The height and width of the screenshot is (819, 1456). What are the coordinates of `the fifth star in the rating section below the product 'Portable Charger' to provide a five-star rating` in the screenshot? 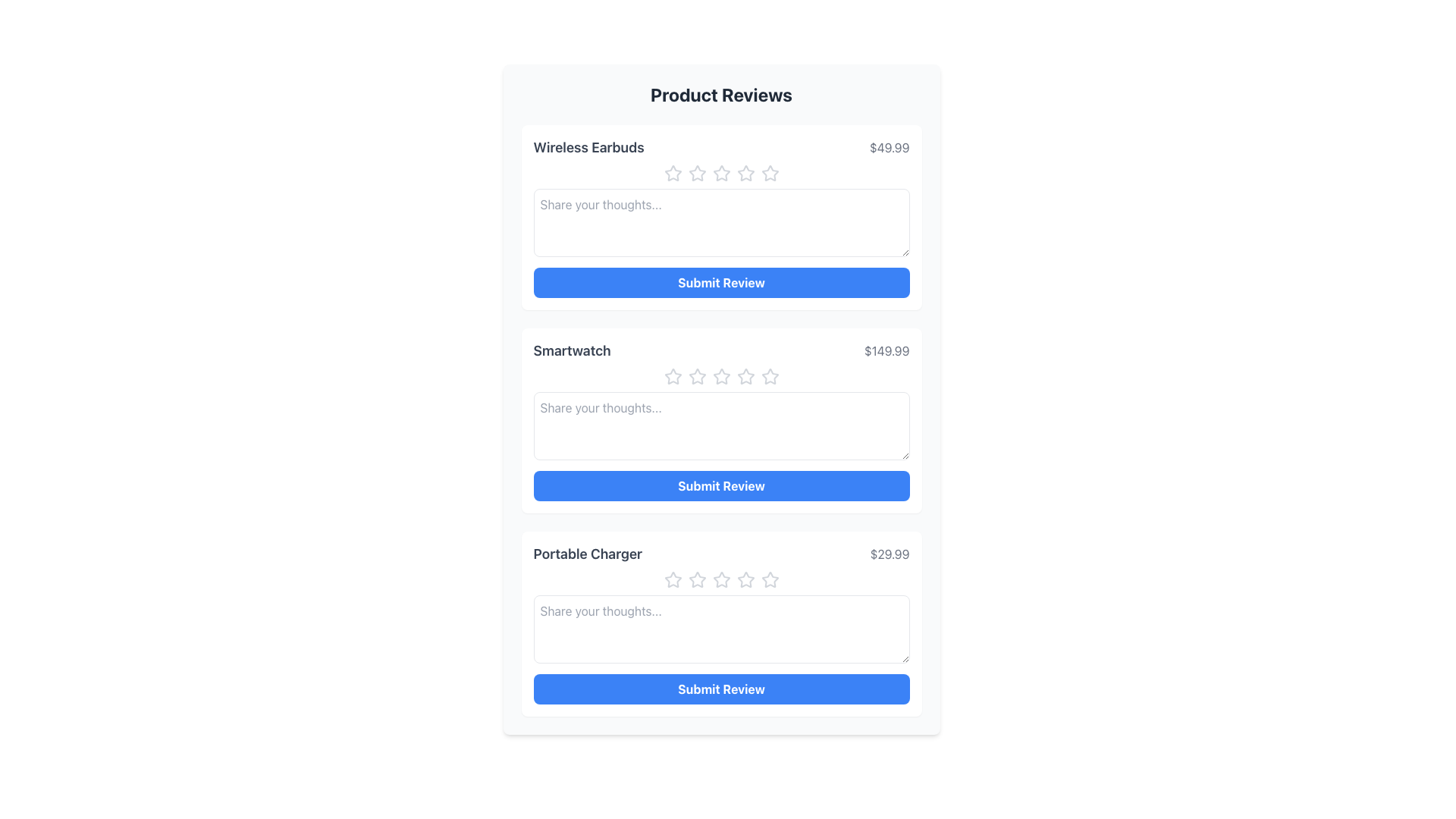 It's located at (770, 579).